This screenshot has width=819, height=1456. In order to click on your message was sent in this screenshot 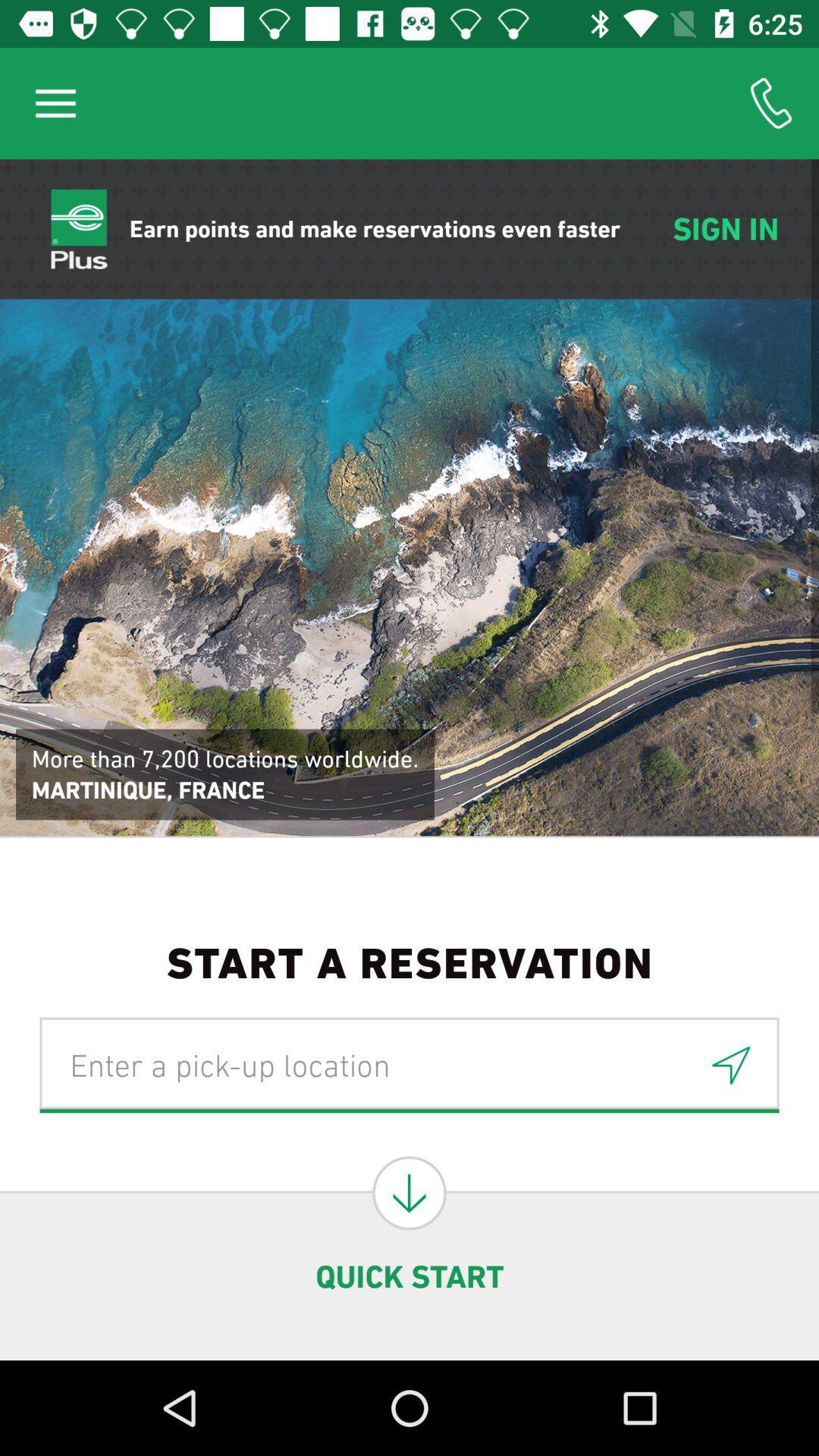, I will do `click(730, 1064)`.